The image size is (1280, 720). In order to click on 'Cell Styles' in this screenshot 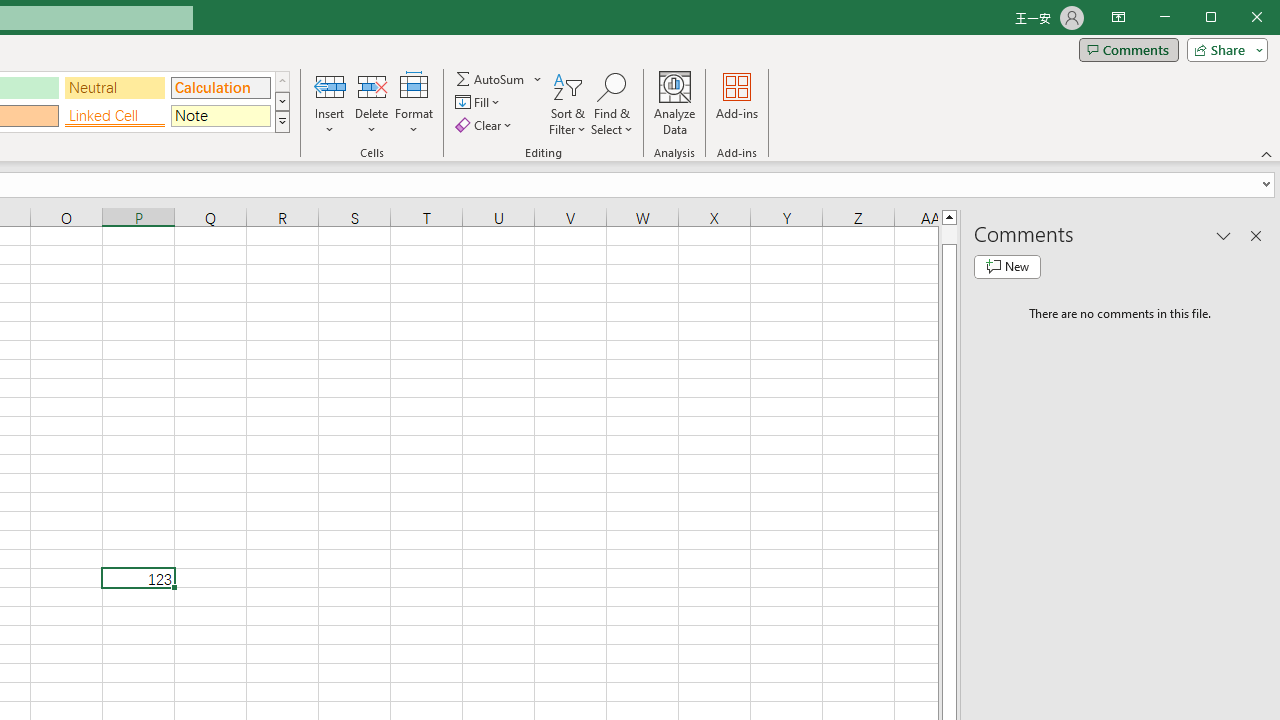, I will do `click(281, 122)`.